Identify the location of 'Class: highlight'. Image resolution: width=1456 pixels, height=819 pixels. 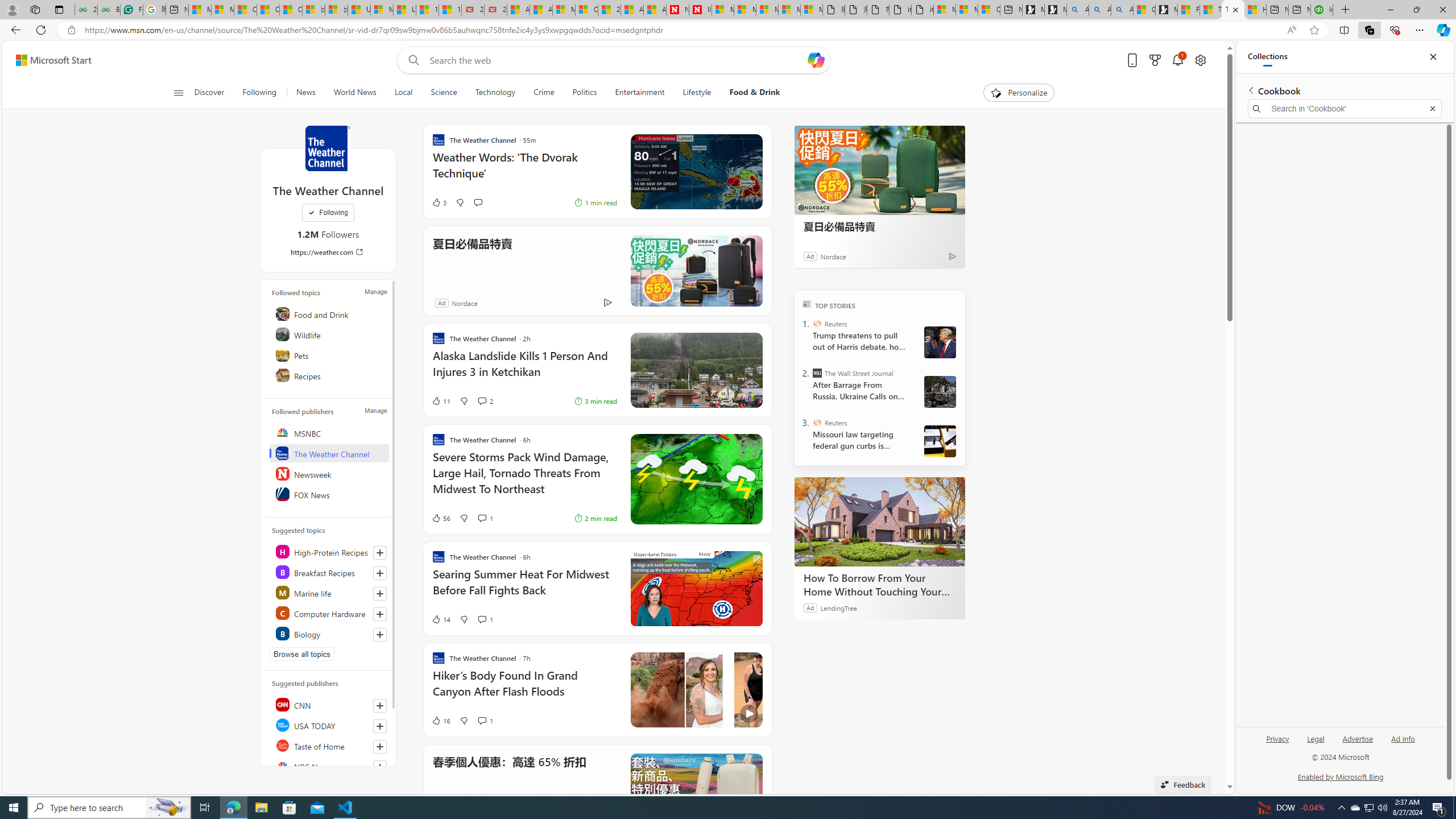
(329, 632).